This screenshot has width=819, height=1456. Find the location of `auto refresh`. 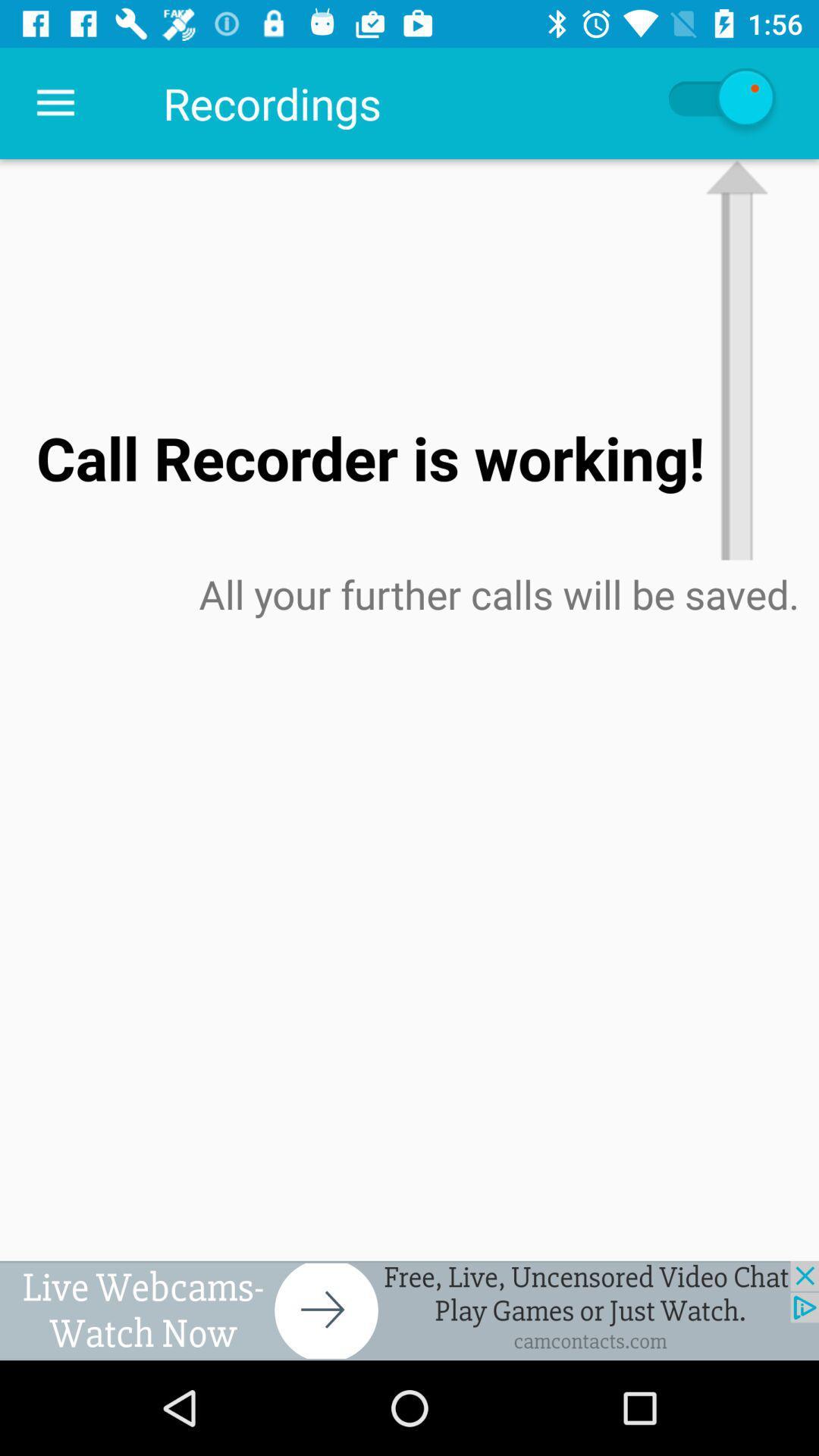

auto refresh is located at coordinates (719, 102).